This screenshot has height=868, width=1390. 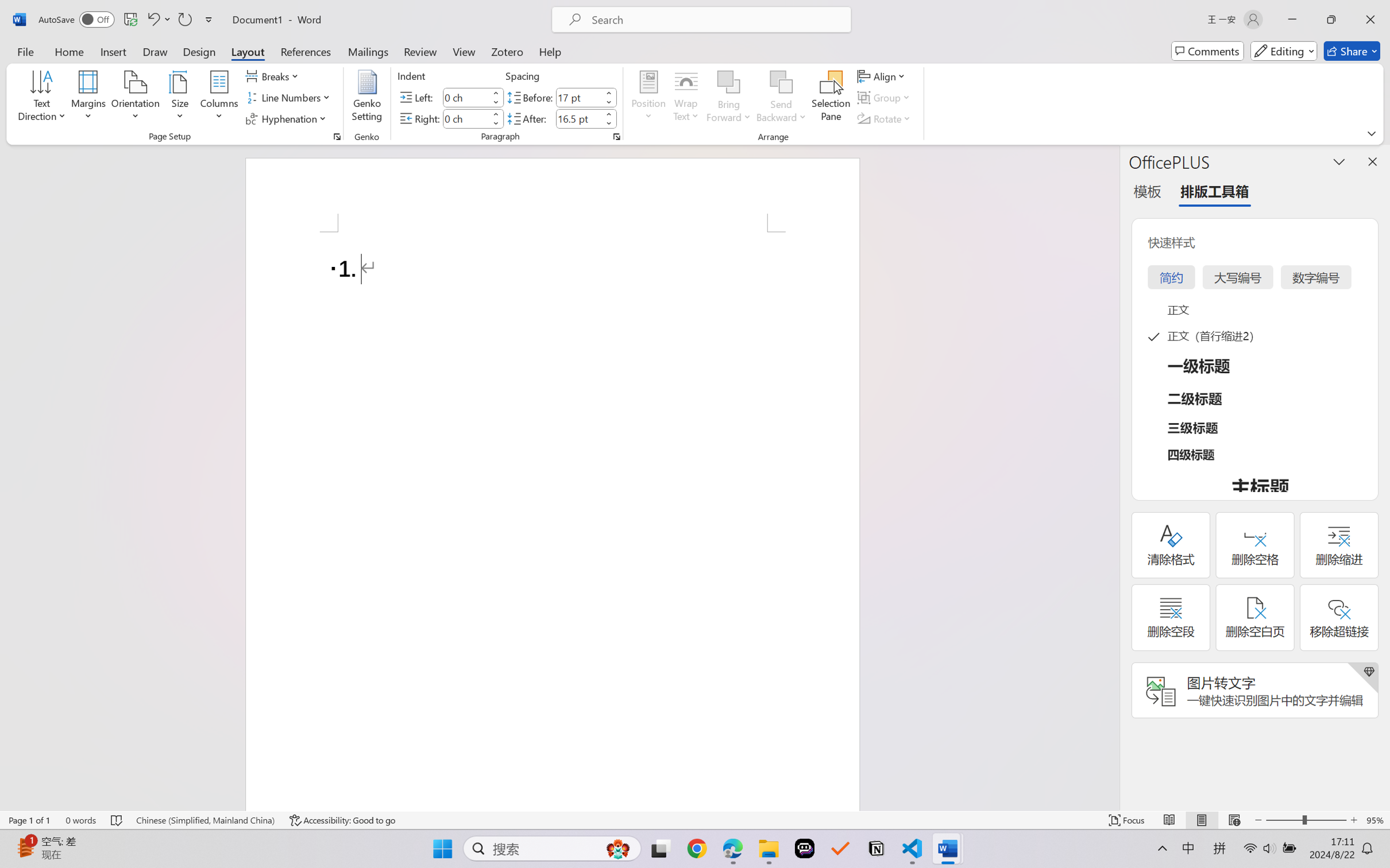 I want to click on 'Size', so click(x=180, y=98).